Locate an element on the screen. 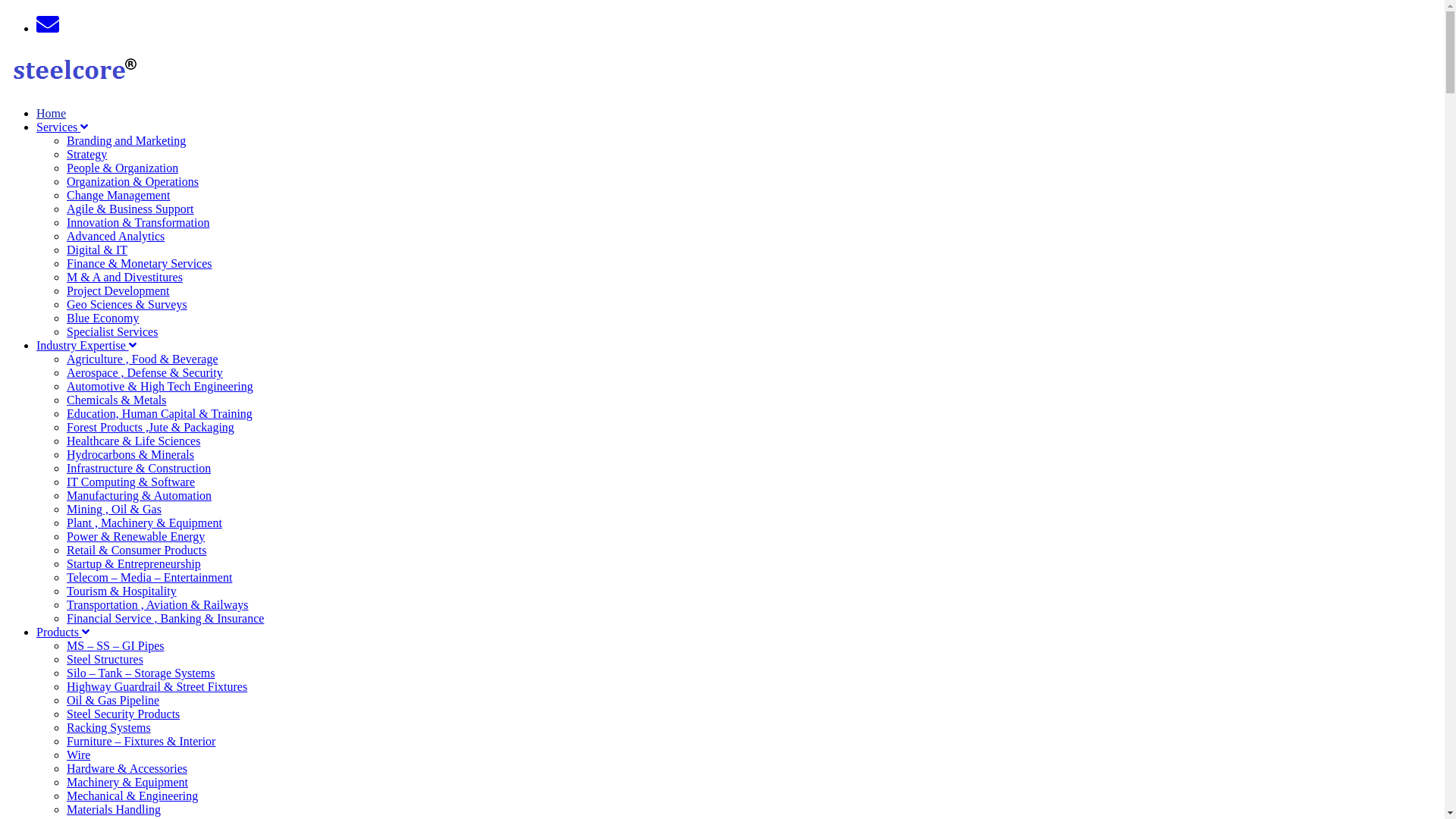  'Transportation , Aviation & Railways' is located at coordinates (157, 604).